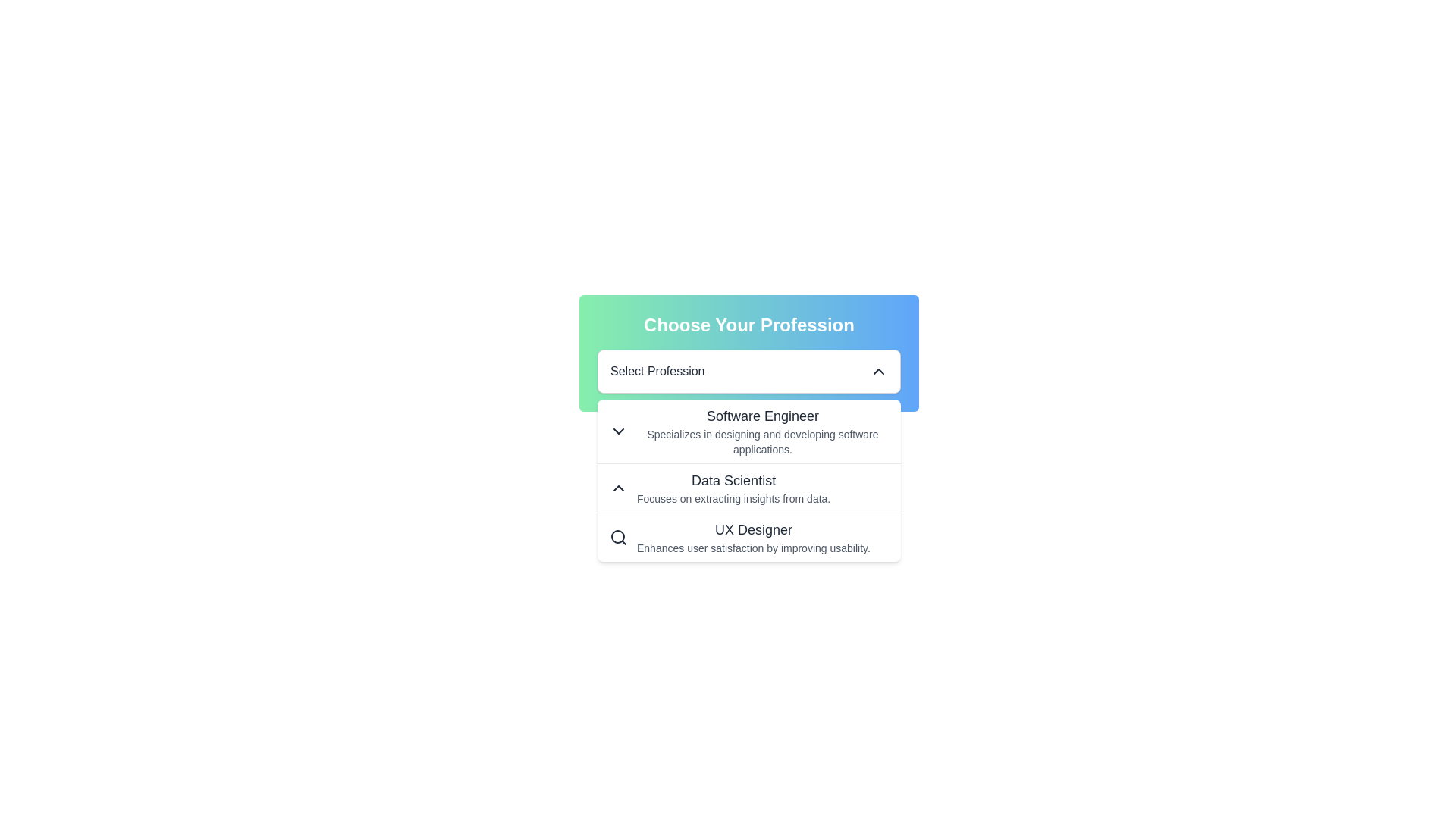 The image size is (1456, 819). I want to click on the collapsible icon located to the left of the 'Data Scientist' label, so click(619, 488).